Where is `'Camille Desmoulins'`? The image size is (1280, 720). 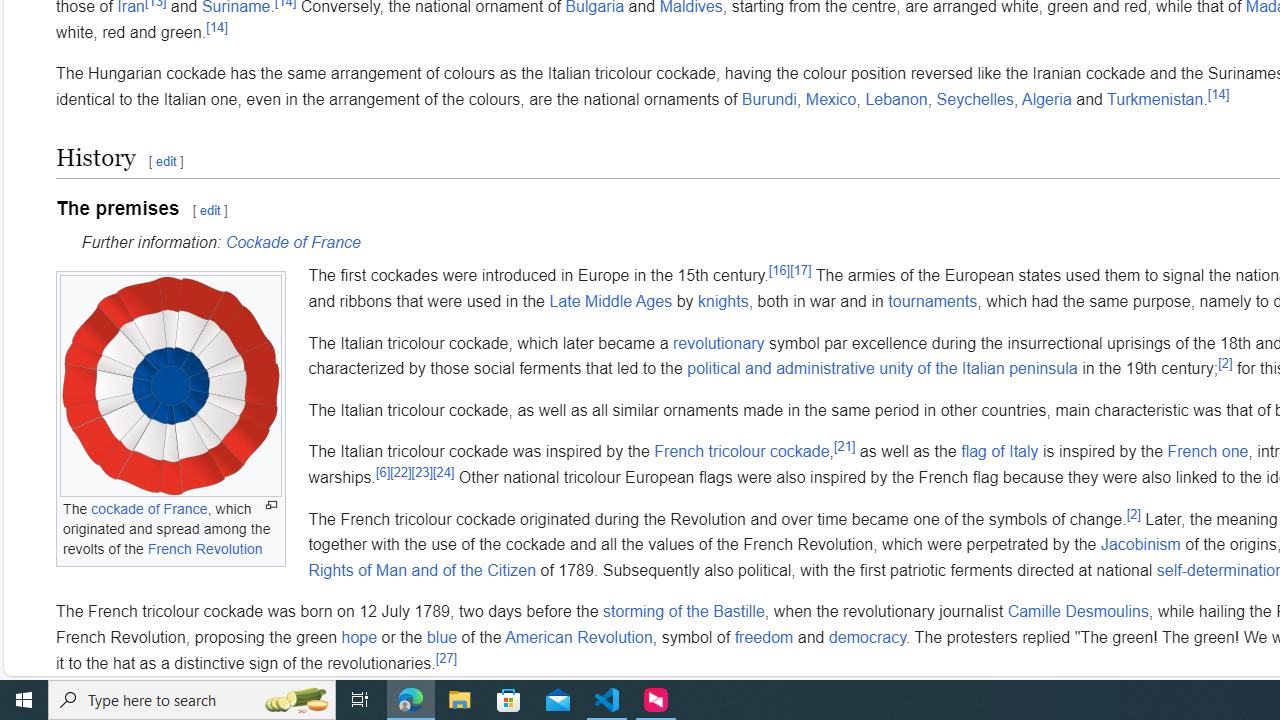
'Camille Desmoulins' is located at coordinates (1077, 611).